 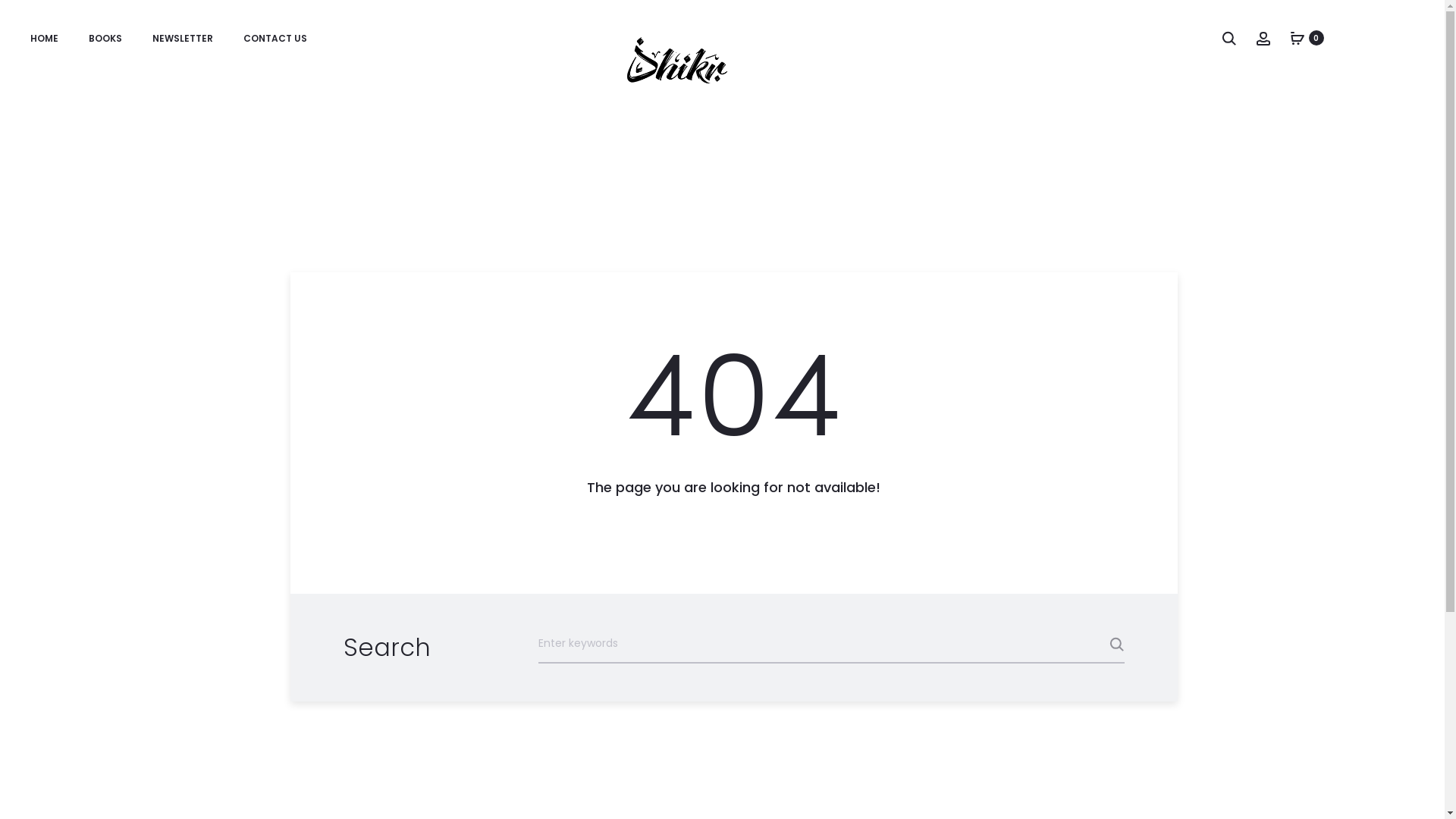 I want to click on 'HOME', so click(x=44, y=37).